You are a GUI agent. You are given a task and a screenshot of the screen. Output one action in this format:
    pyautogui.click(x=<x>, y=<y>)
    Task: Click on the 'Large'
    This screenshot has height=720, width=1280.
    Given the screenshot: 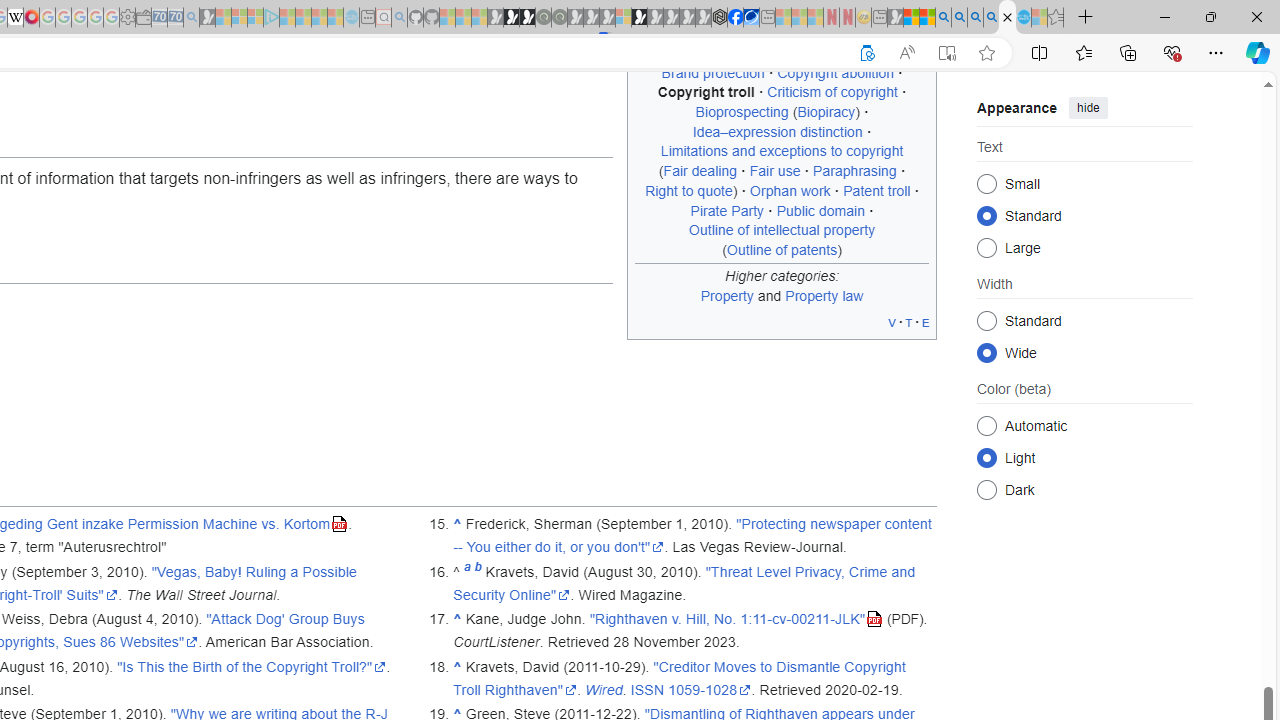 What is the action you would take?
    pyautogui.click(x=986, y=246)
    